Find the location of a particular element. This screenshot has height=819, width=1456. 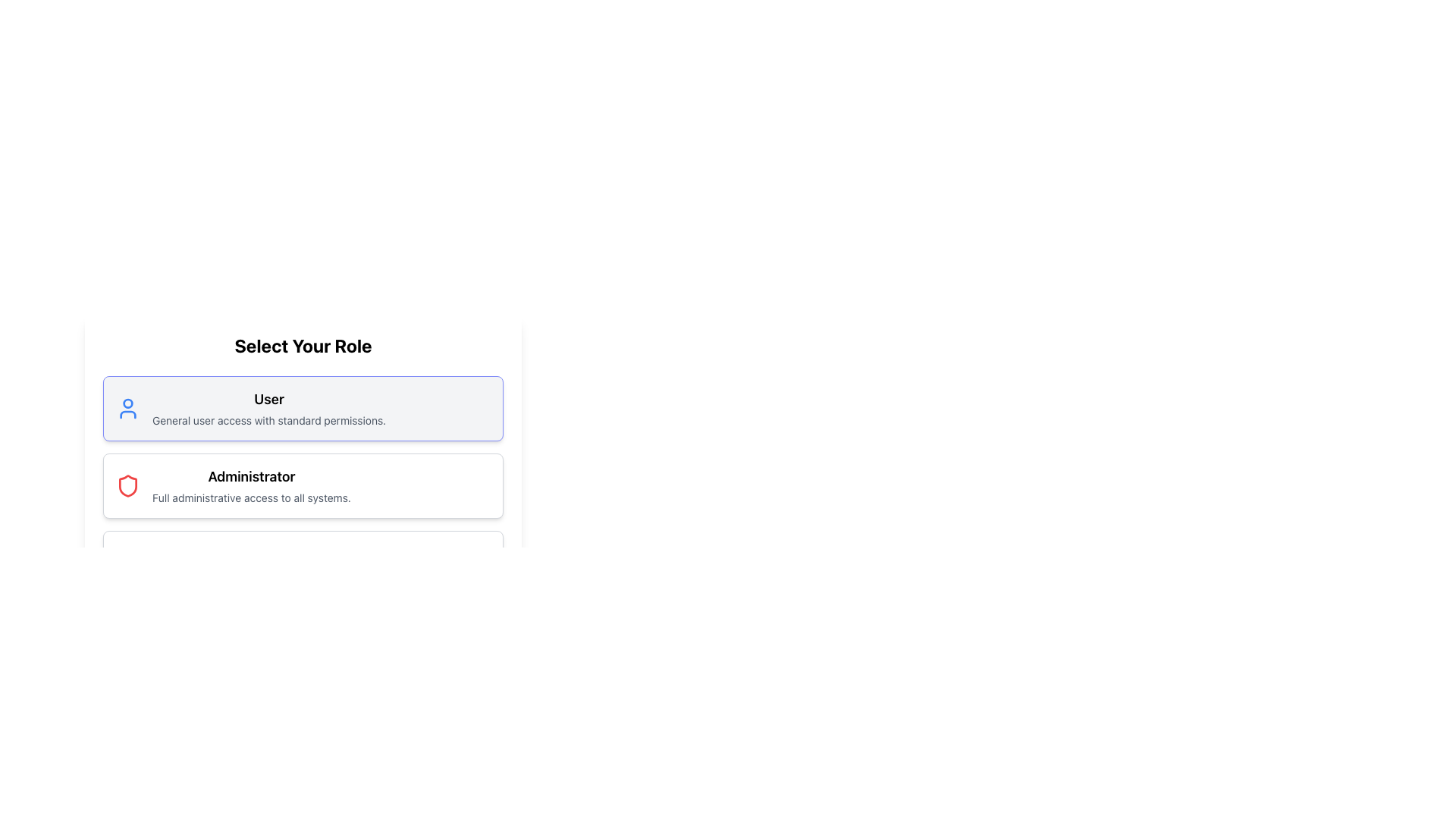

text that serves as the title for the 'Administrator' role selection option, which is positioned below the 'User' section in the roles list is located at coordinates (251, 475).